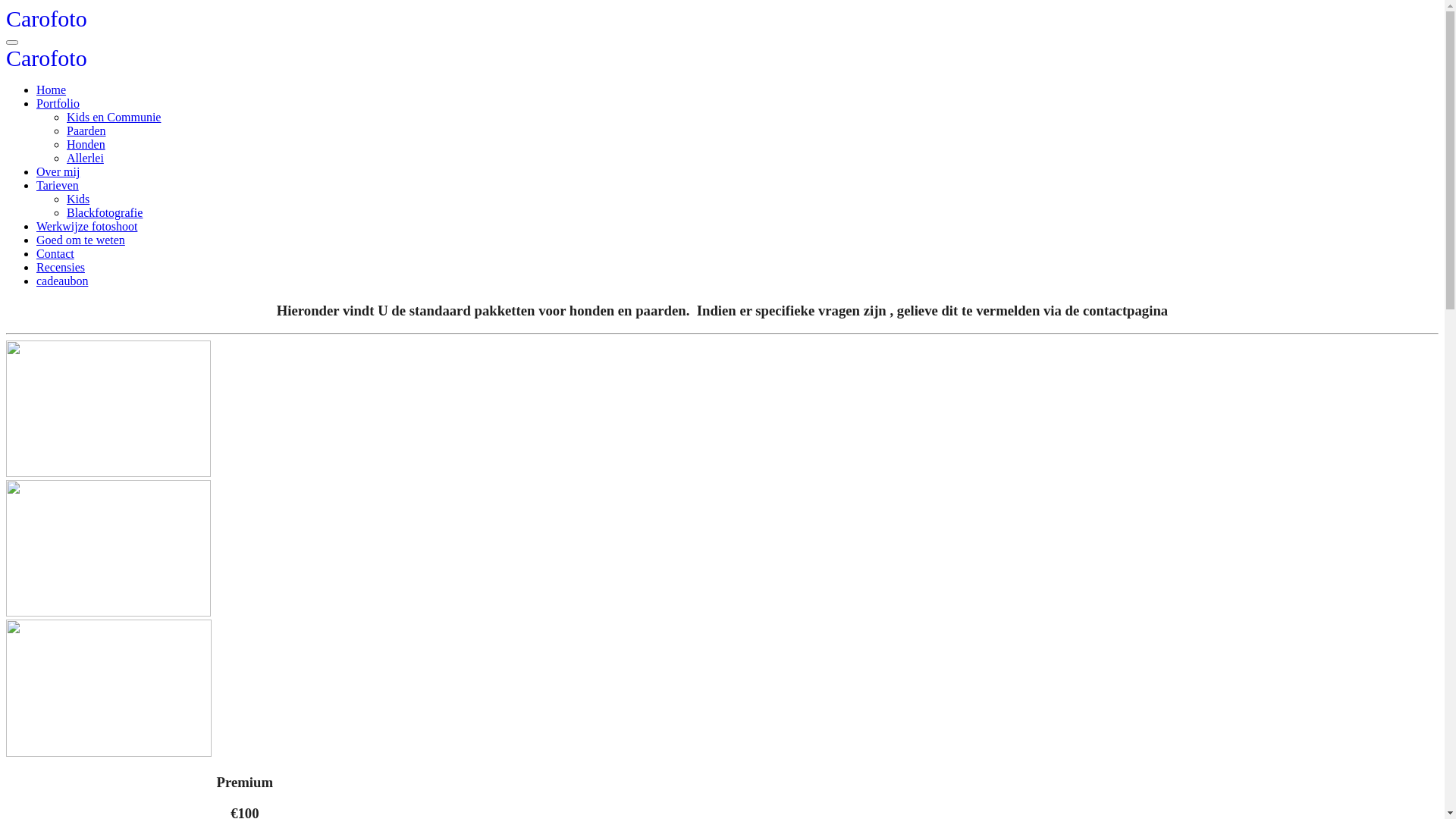 The width and height of the screenshot is (1456, 819). I want to click on 'Recensies', so click(61, 266).